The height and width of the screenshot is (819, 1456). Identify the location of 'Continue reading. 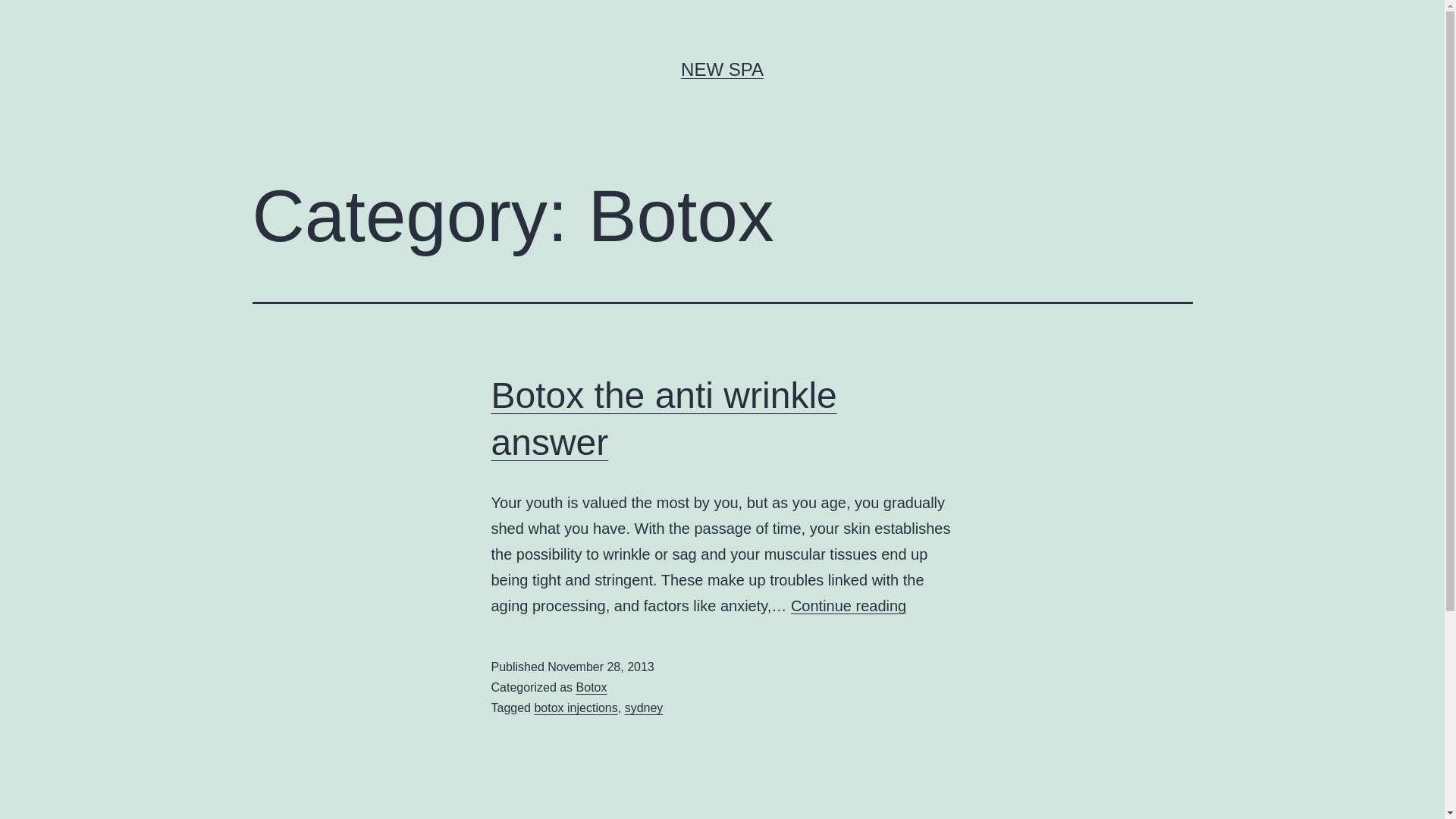
(847, 604).